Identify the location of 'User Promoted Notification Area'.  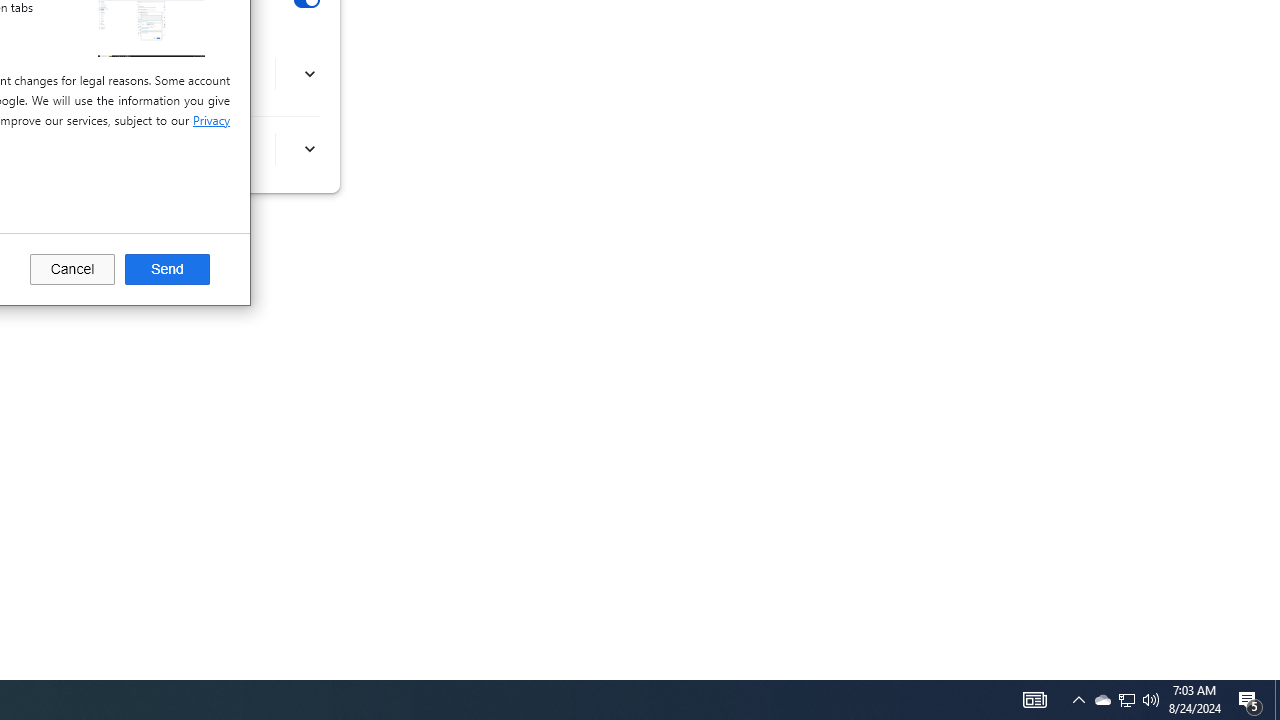
(1127, 698).